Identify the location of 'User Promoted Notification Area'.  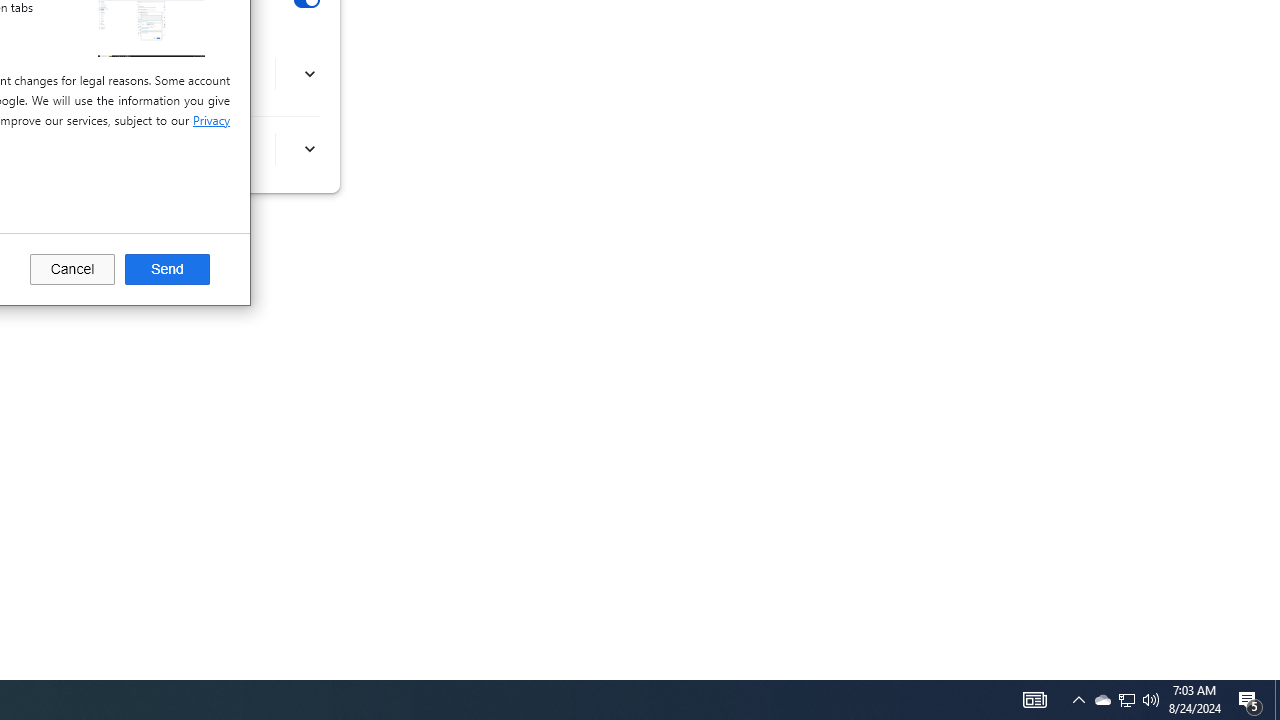
(1127, 698).